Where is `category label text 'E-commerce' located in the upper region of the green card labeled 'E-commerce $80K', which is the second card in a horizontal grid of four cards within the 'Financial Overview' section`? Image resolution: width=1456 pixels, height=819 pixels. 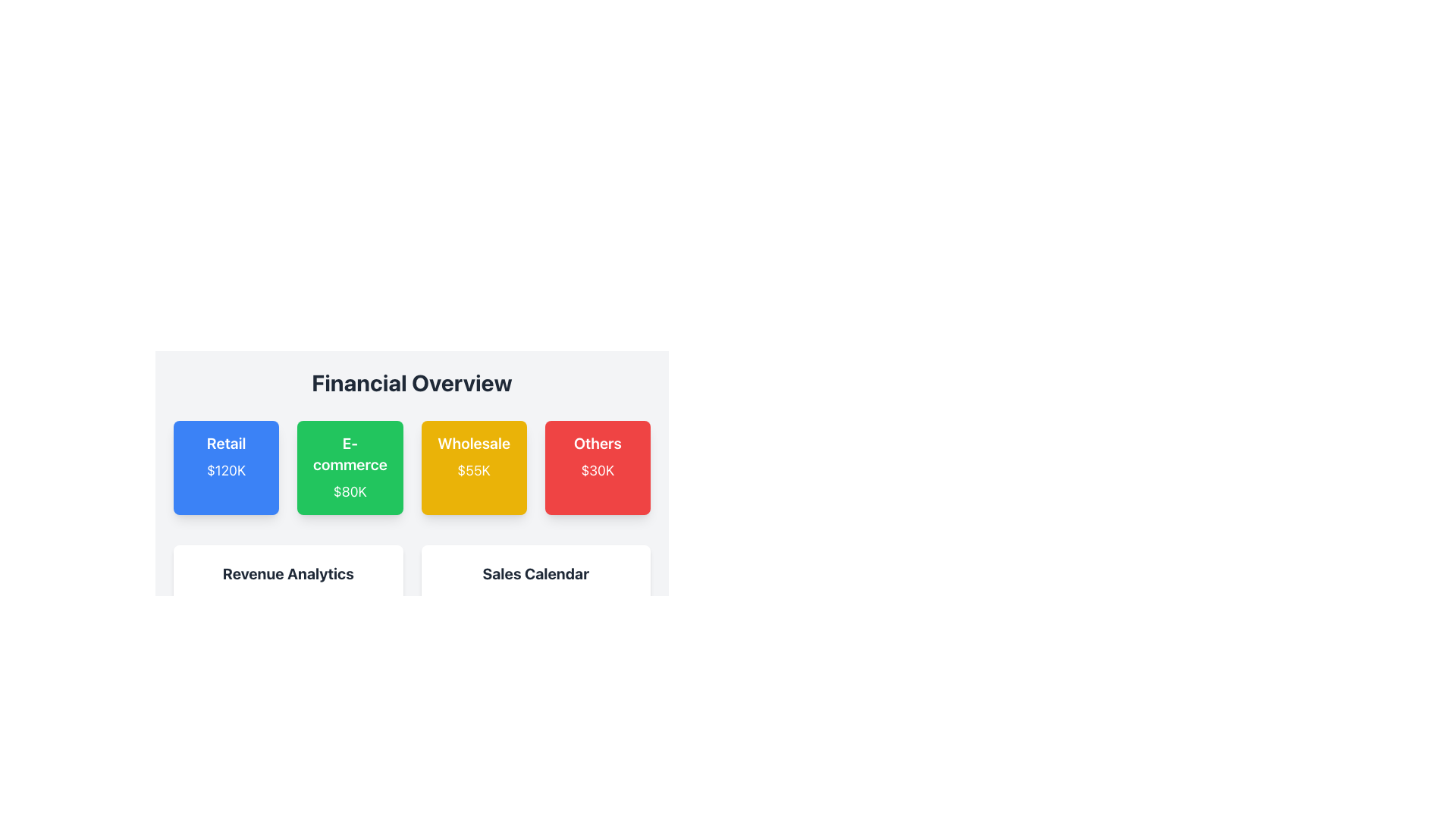
category label text 'E-commerce' located in the upper region of the green card labeled 'E-commerce $80K', which is the second card in a horizontal grid of four cards within the 'Financial Overview' section is located at coordinates (349, 453).